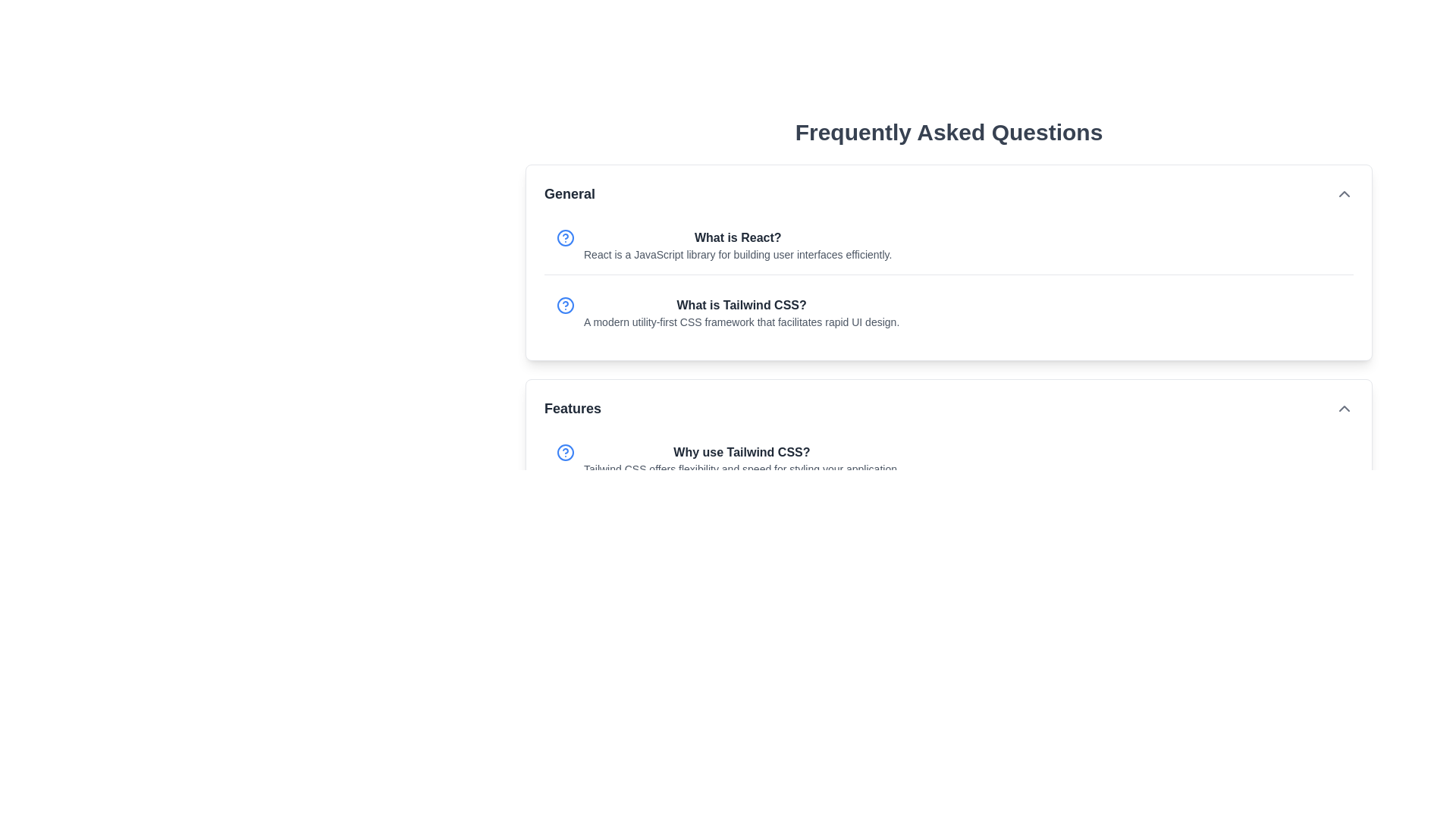  What do you see at coordinates (948, 408) in the screenshot?
I see `the Collapsible section header titled 'Features'` at bounding box center [948, 408].